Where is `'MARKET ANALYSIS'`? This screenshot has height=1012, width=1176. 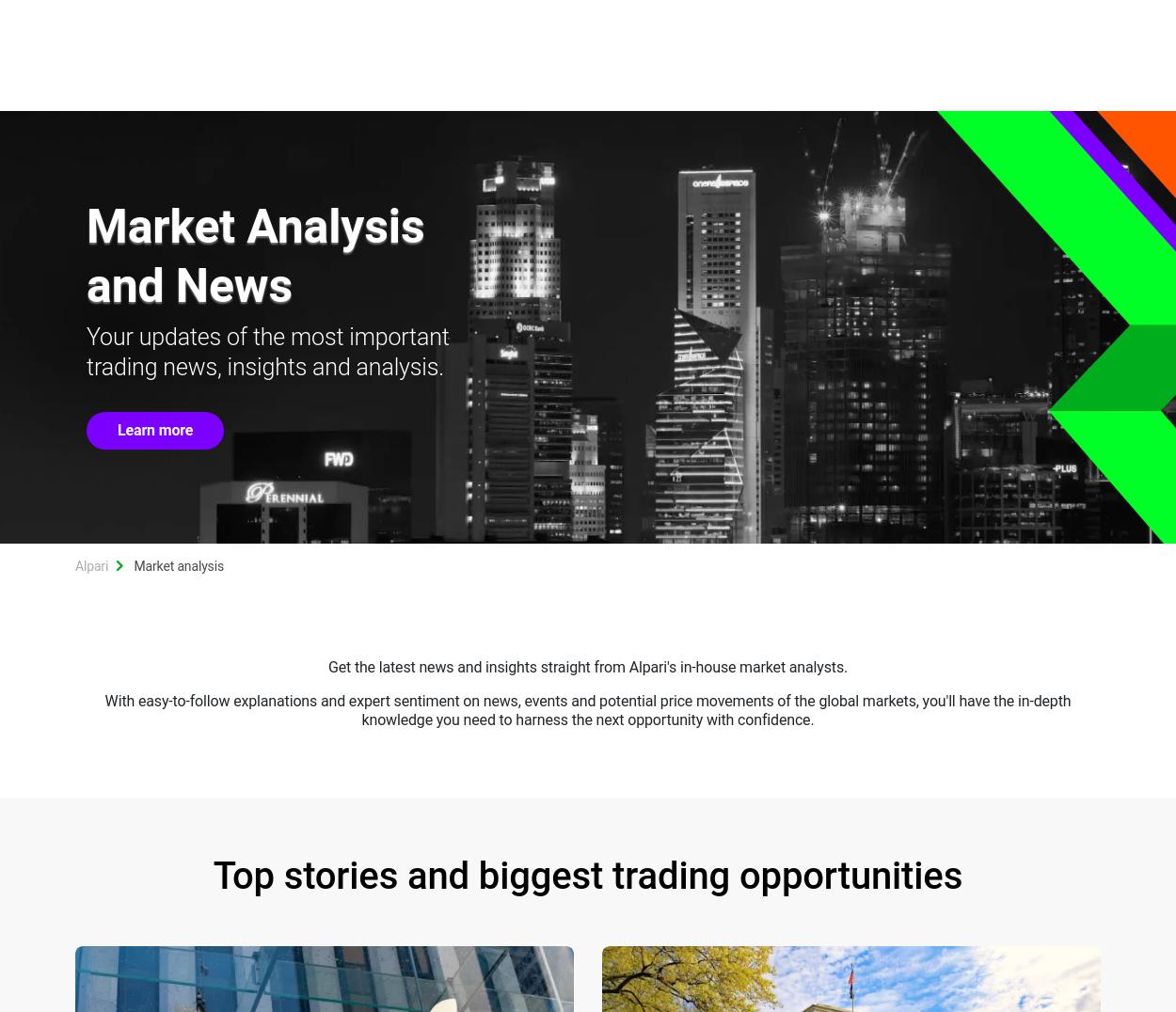
'MARKET ANALYSIS' is located at coordinates (747, 77).